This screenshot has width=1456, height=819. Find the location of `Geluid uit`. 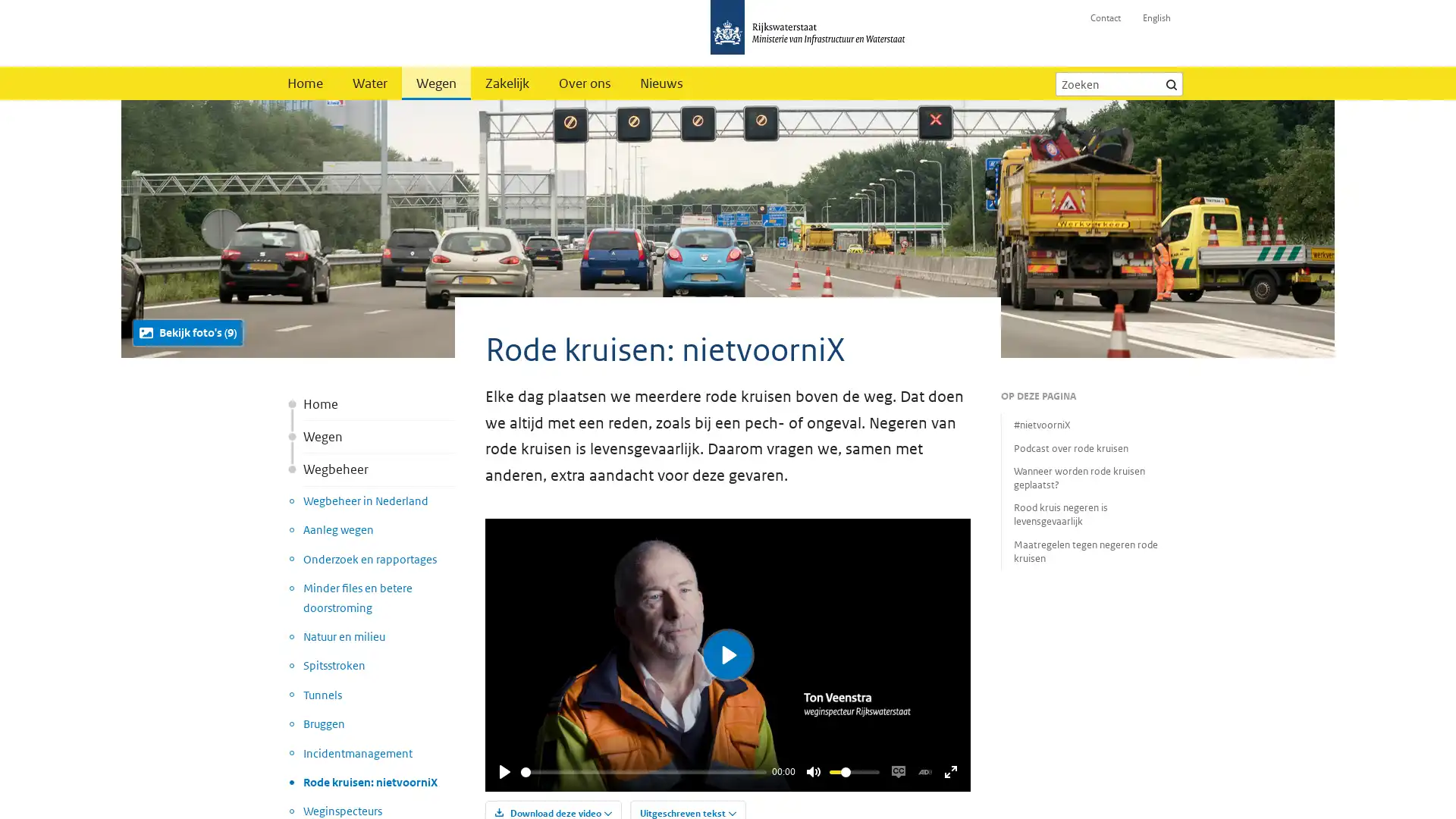

Geluid uit is located at coordinates (811, 772).